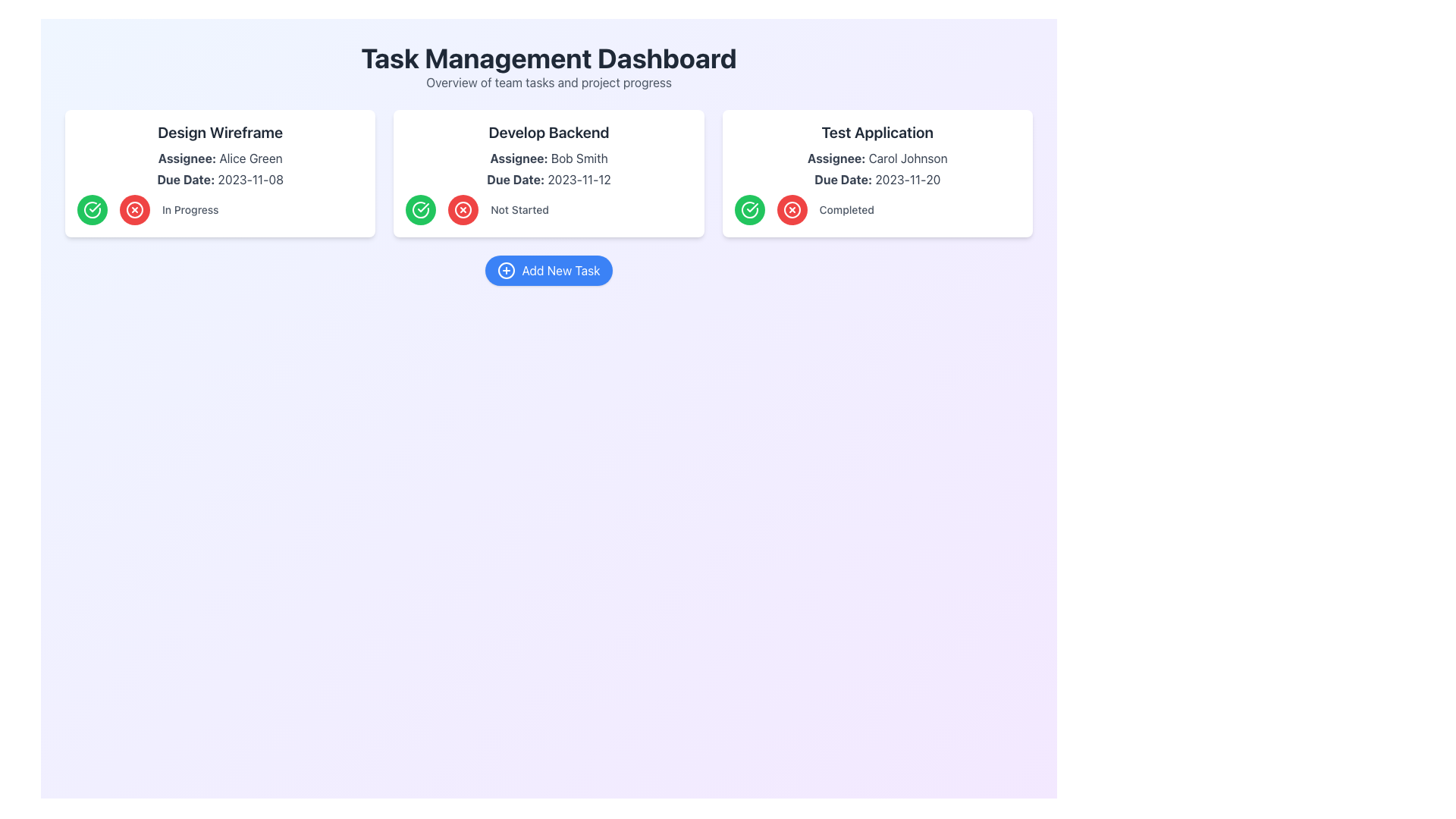 Image resolution: width=1456 pixels, height=819 pixels. What do you see at coordinates (423, 207) in the screenshot?
I see `the Checkmark Icon located in the 'Develop Backend' task card, which serves as a visual indicator for marking tasks as complete or successful` at bounding box center [423, 207].